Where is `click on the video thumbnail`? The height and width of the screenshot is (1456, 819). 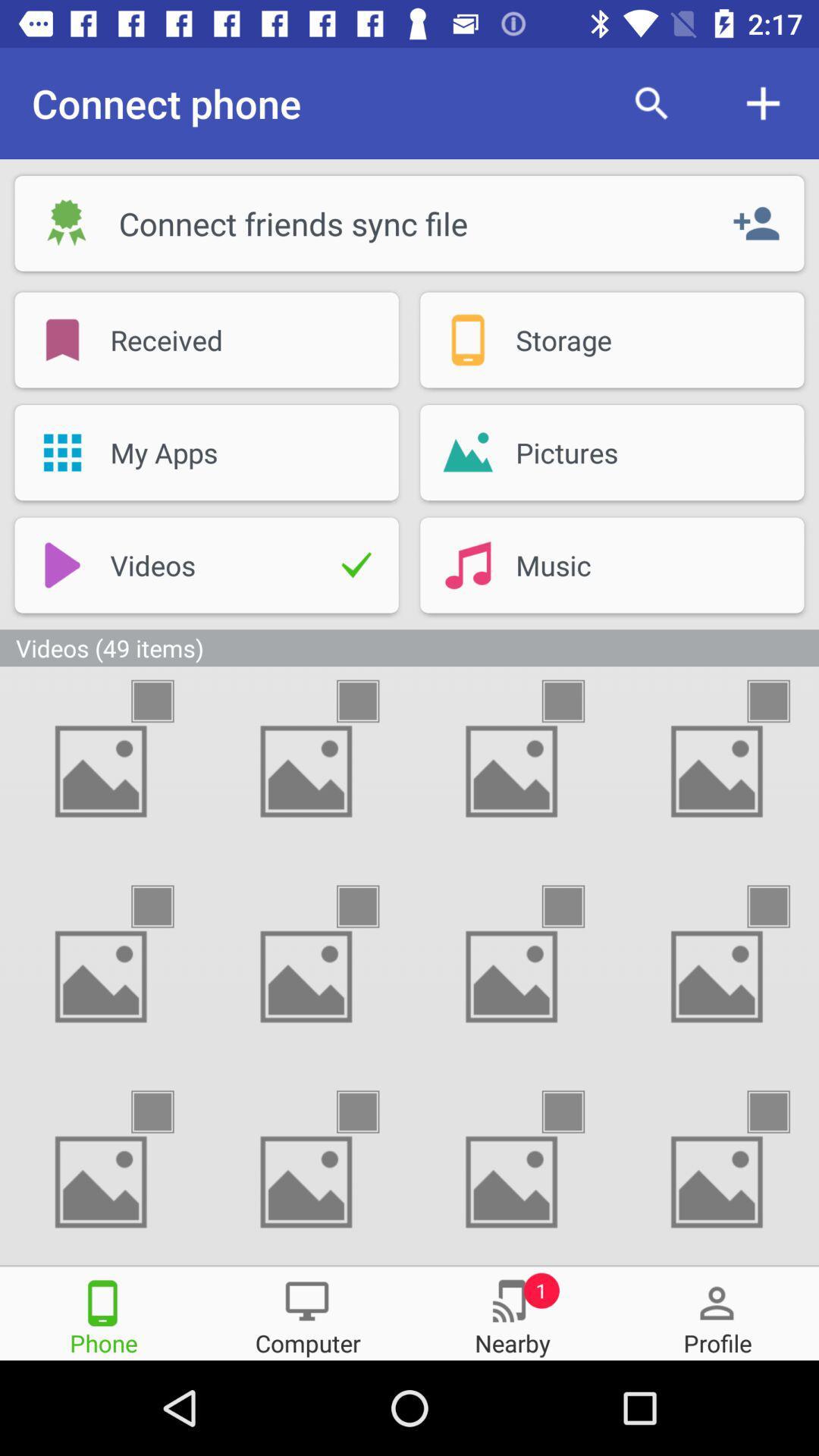
click on the video thumbnail is located at coordinates (166, 906).